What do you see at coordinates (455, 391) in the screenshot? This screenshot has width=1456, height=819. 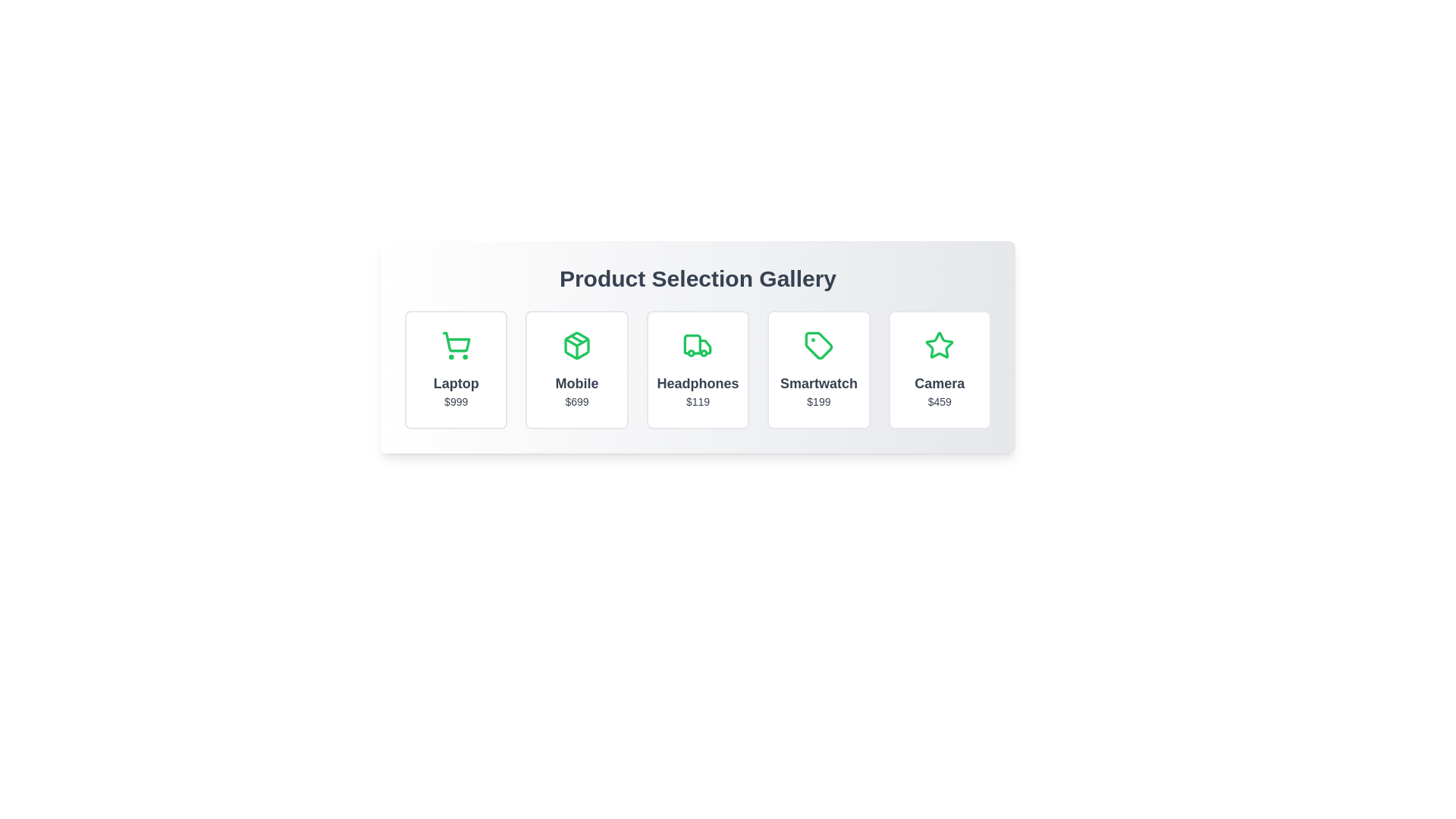 I see `the text element displaying 'Laptop' in bold and '$999' in smaller font, located in the first card of the product selection gallery, directly below the shopping cart icon` at bounding box center [455, 391].